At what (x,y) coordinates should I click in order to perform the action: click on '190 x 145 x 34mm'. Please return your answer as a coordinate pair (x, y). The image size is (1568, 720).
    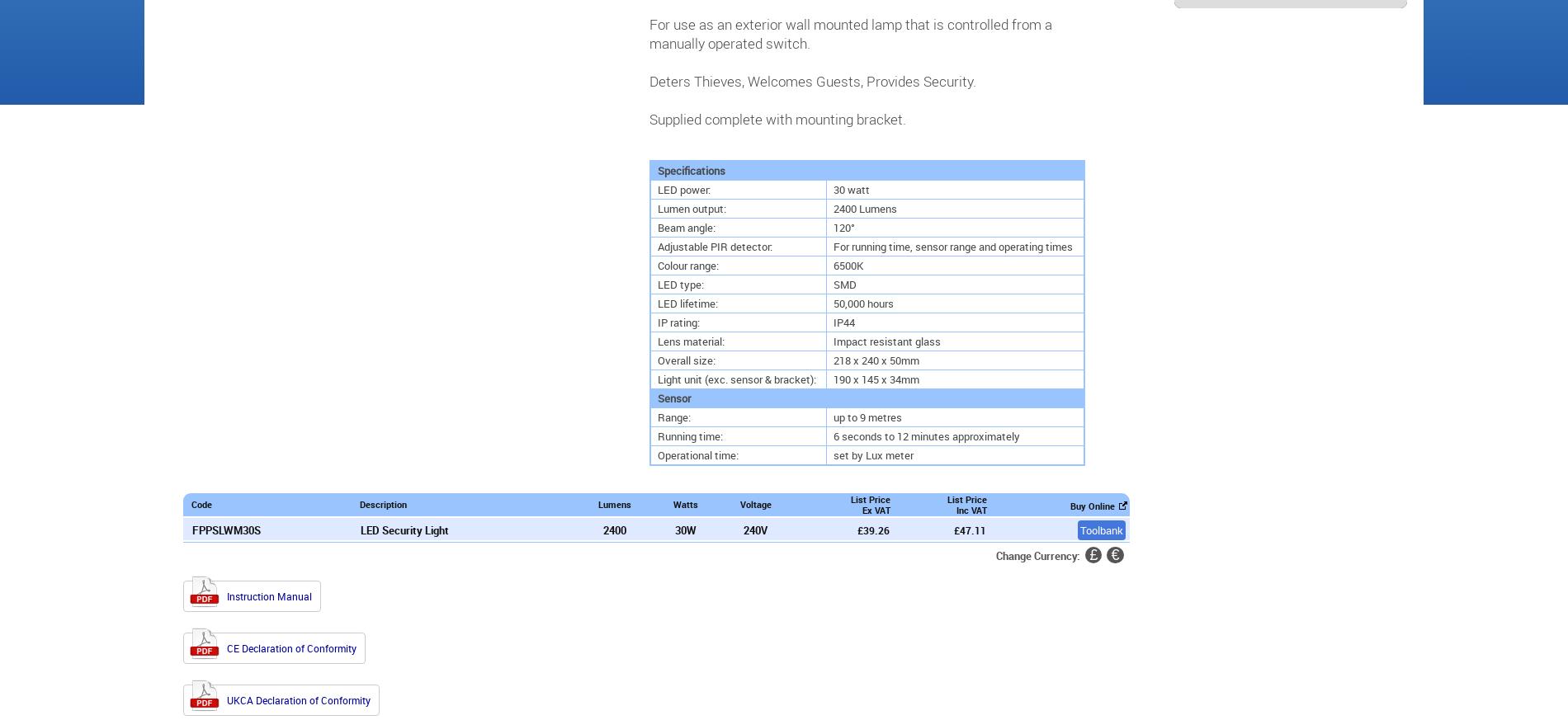
    Looking at the image, I should click on (833, 379).